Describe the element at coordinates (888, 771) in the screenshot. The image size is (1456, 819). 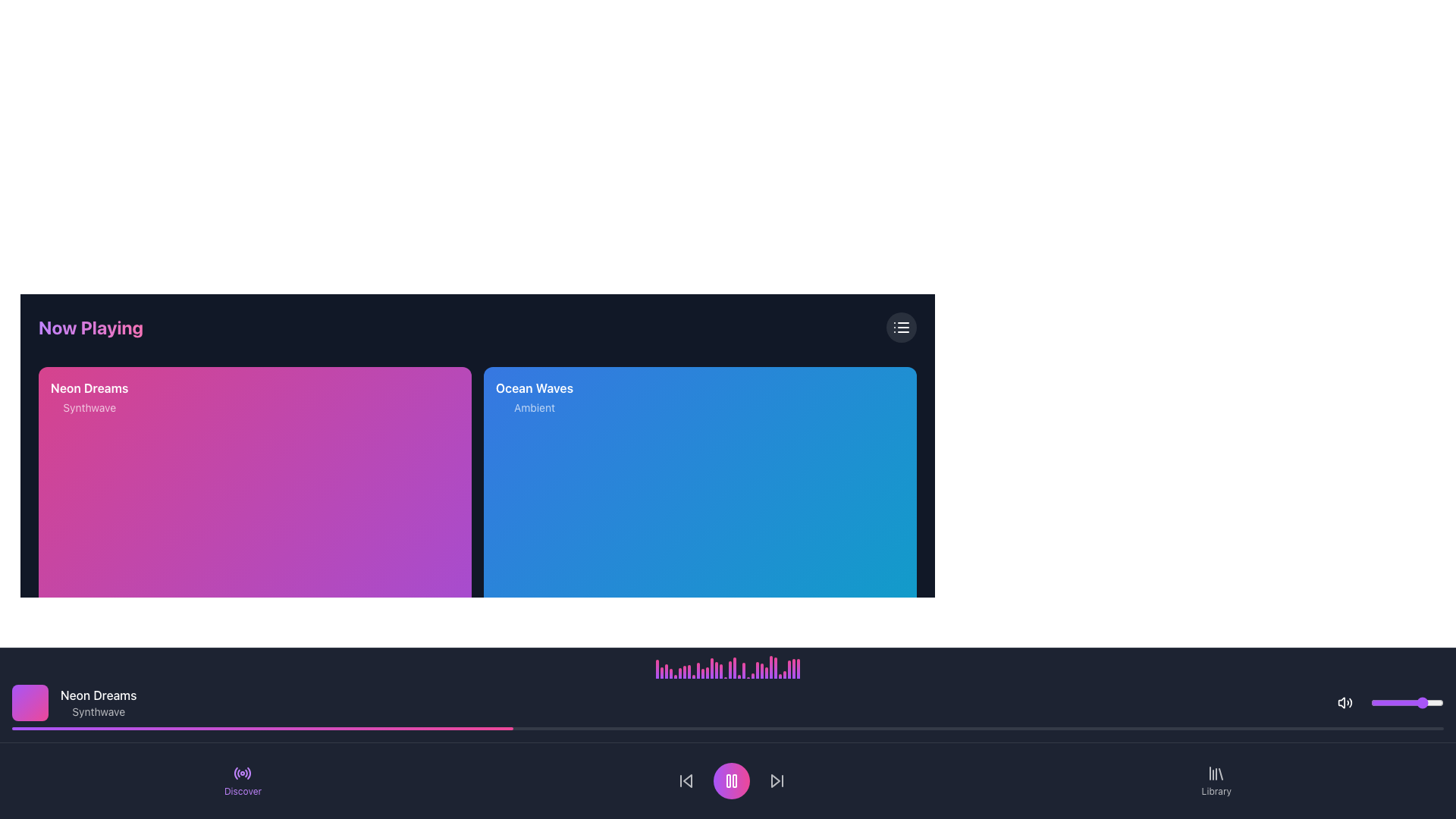
I see `the circular play button with a white background` at that location.